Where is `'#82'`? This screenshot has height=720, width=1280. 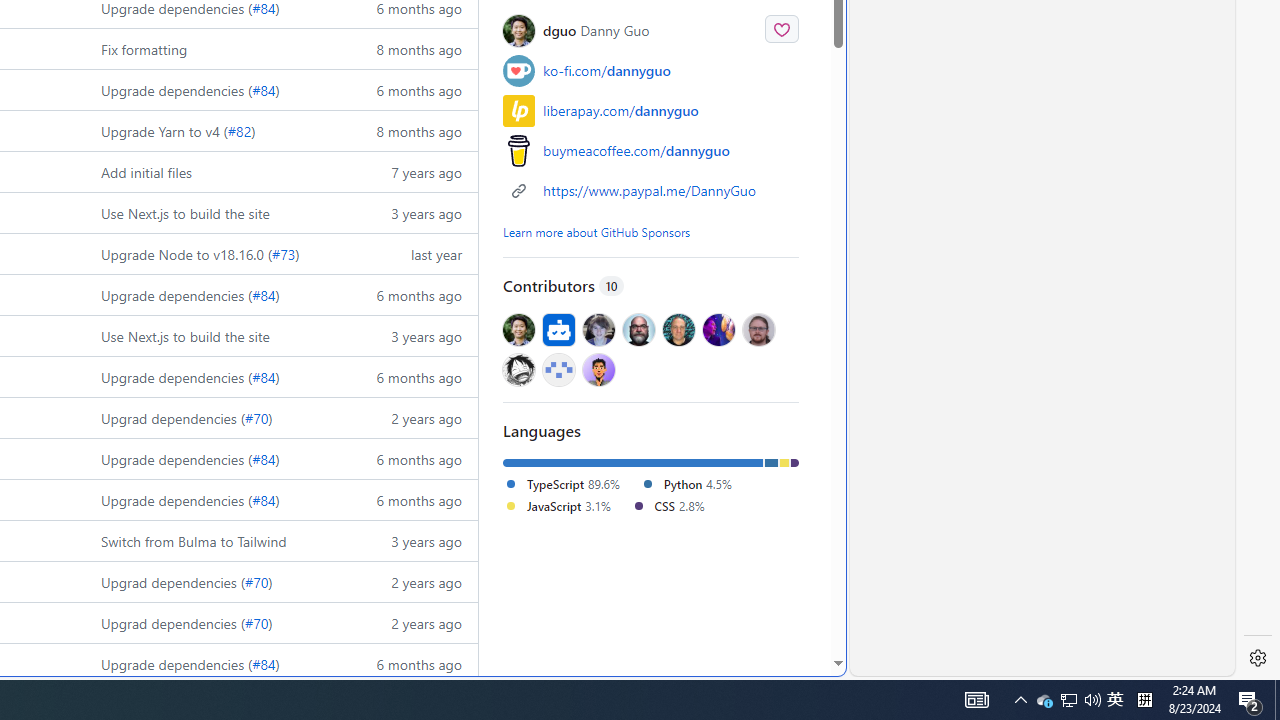 '#82' is located at coordinates (239, 131).